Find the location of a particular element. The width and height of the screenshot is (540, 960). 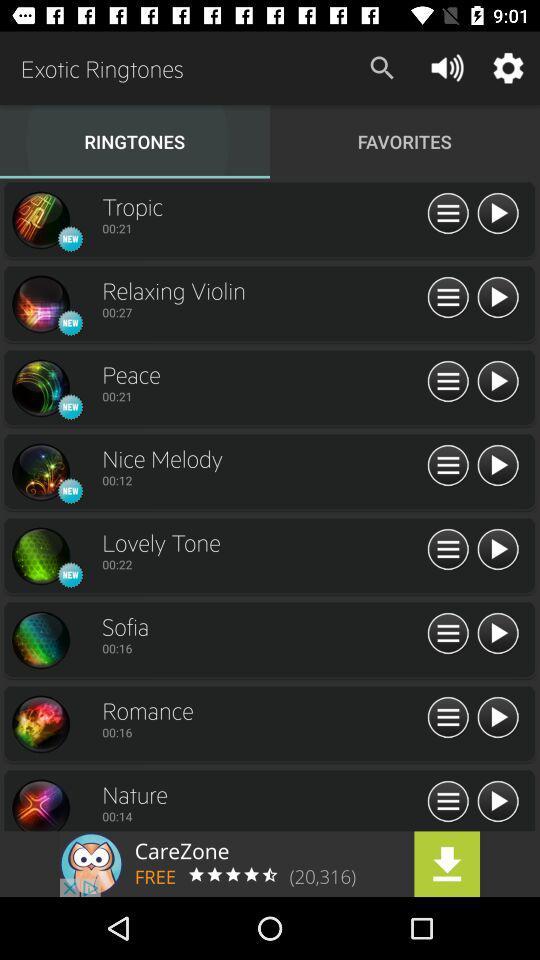

play is located at coordinates (496, 802).